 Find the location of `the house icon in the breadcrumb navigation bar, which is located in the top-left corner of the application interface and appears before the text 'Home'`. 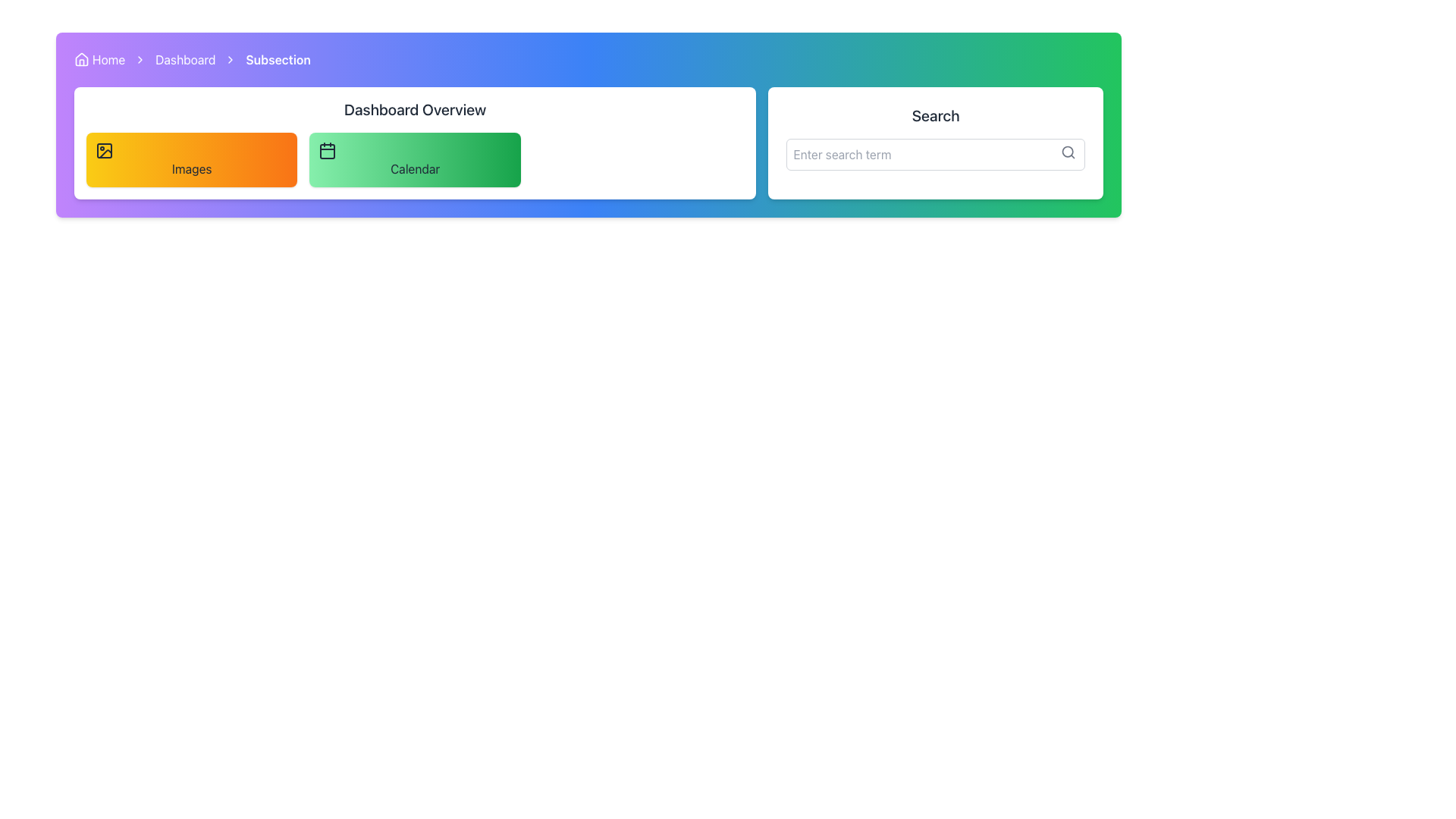

the house icon in the breadcrumb navigation bar, which is located in the top-left corner of the application interface and appears before the text 'Home' is located at coordinates (81, 58).